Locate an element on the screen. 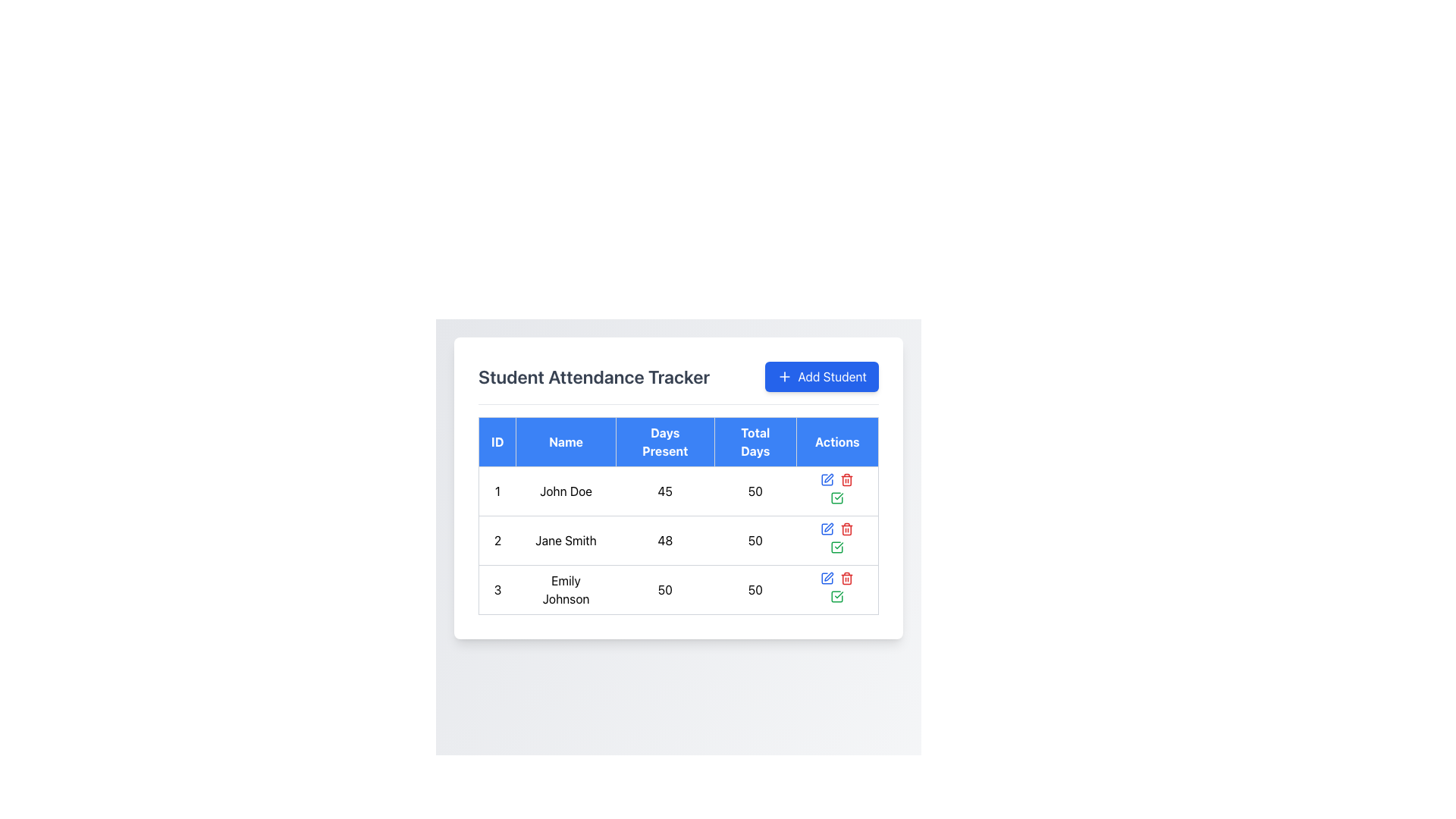 The height and width of the screenshot is (819, 1456). the second row of the attendance table representing the student Jane Smith, which includes her ID, name, days present, total days, and action icons is located at coordinates (677, 540).